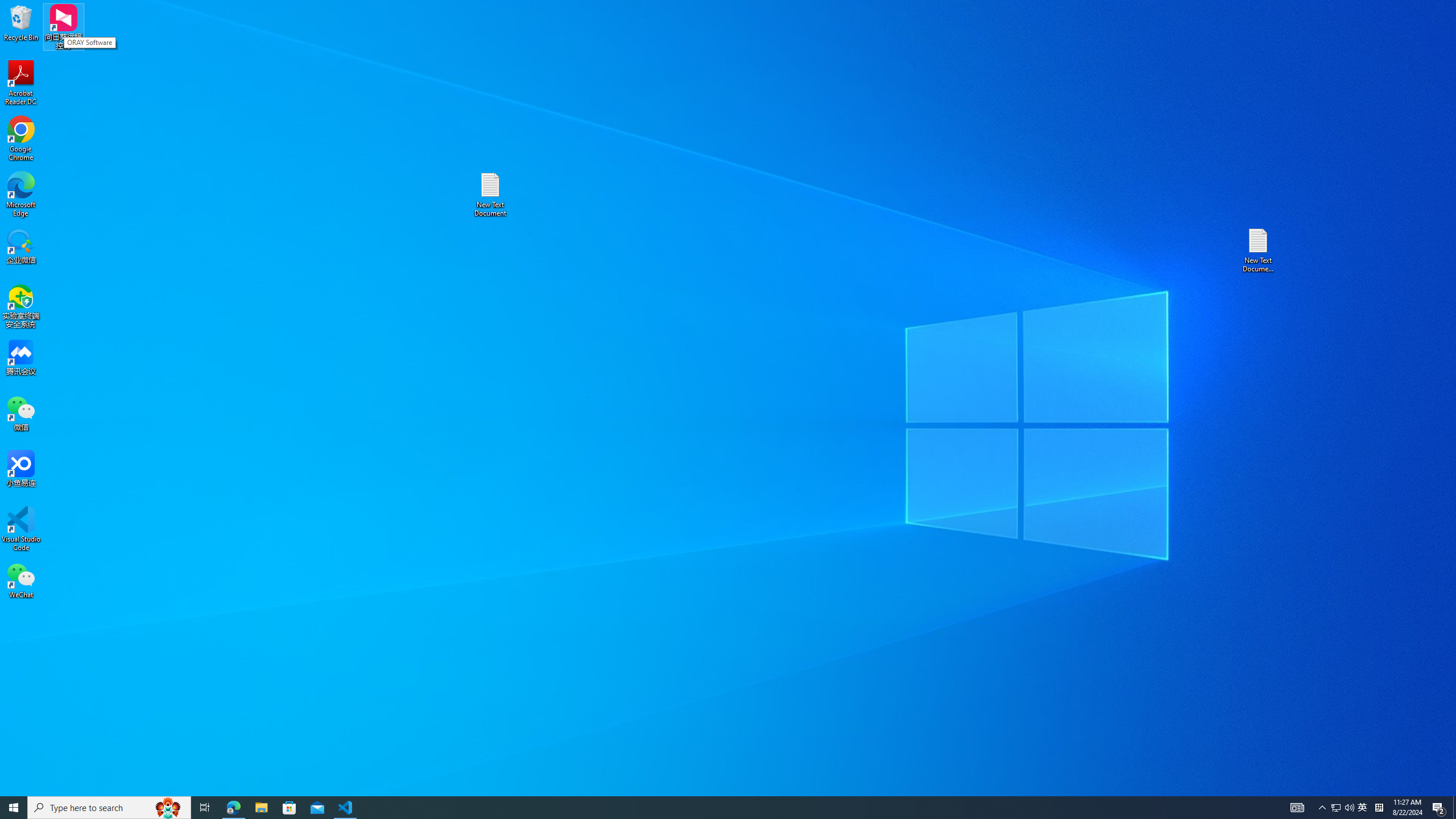 The width and height of the screenshot is (1456, 819). What do you see at coordinates (233, 806) in the screenshot?
I see `'Microsoft Store'` at bounding box center [233, 806].